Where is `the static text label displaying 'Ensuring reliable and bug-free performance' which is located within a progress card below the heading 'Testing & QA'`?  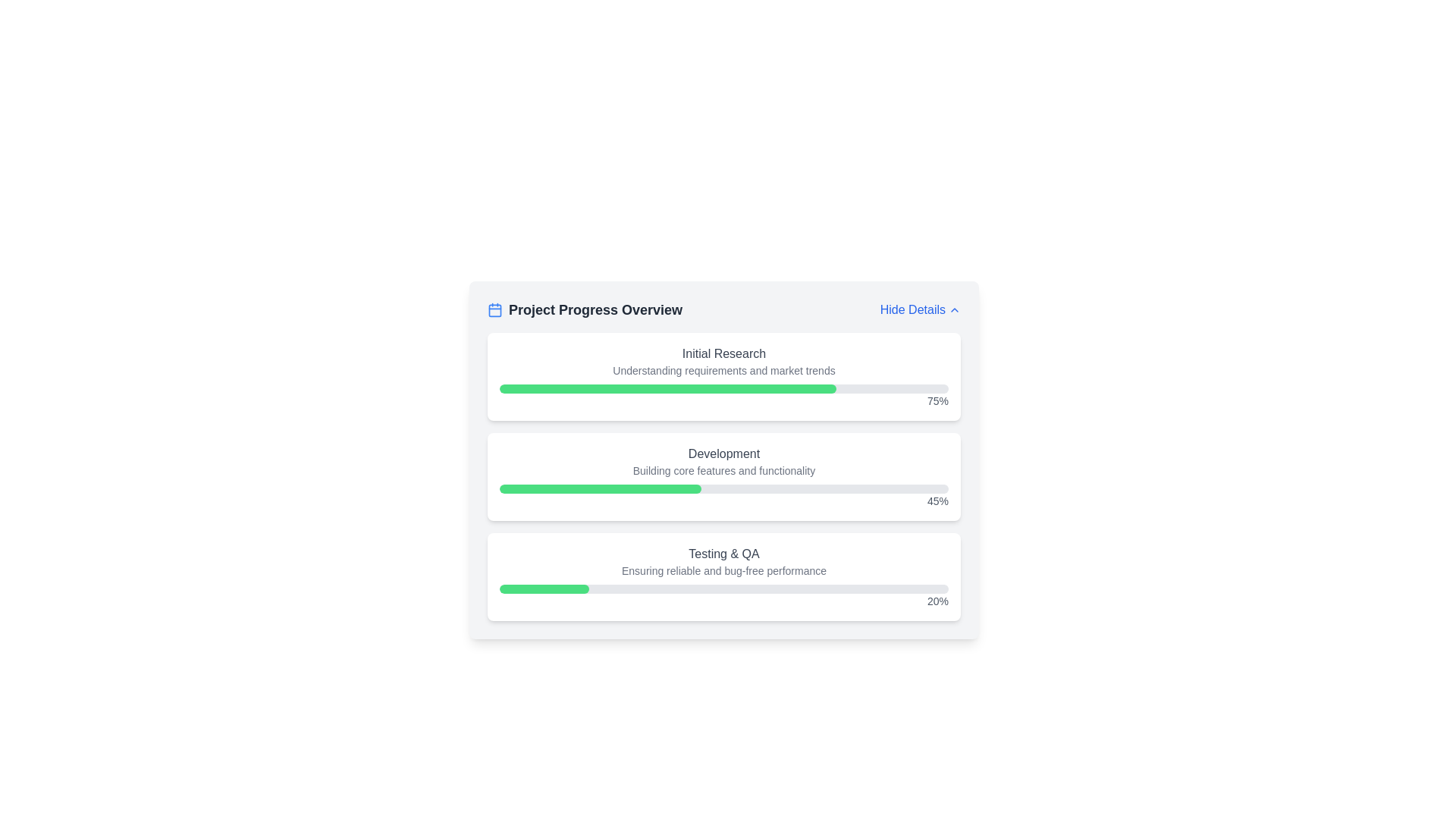
the static text label displaying 'Ensuring reliable and bug-free performance' which is located within a progress card below the heading 'Testing & QA' is located at coordinates (723, 570).